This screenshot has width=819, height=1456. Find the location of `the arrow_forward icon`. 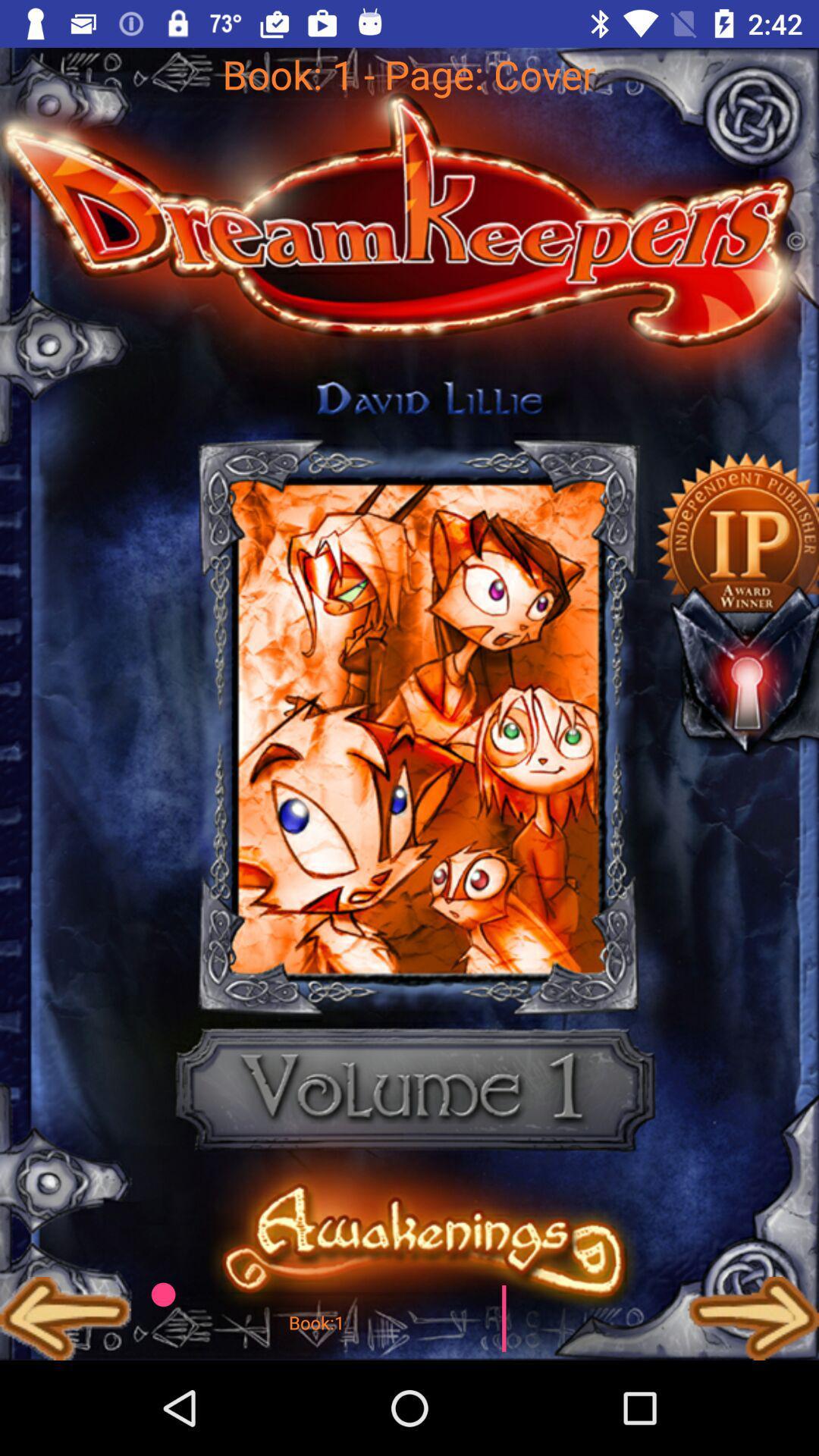

the arrow_forward icon is located at coordinates (753, 1317).